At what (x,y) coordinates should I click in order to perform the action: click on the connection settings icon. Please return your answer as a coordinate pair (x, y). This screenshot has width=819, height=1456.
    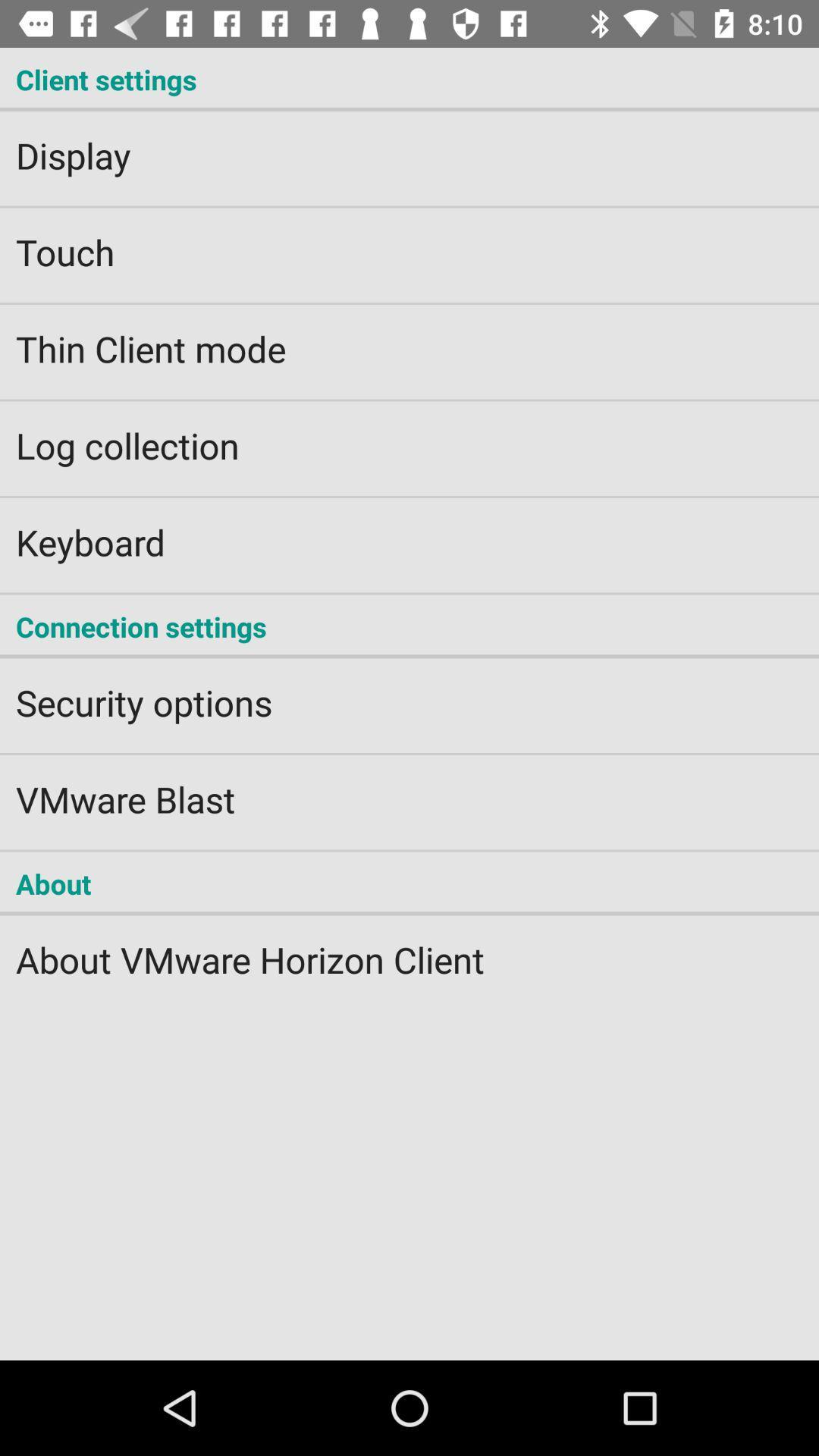
    Looking at the image, I should click on (409, 626).